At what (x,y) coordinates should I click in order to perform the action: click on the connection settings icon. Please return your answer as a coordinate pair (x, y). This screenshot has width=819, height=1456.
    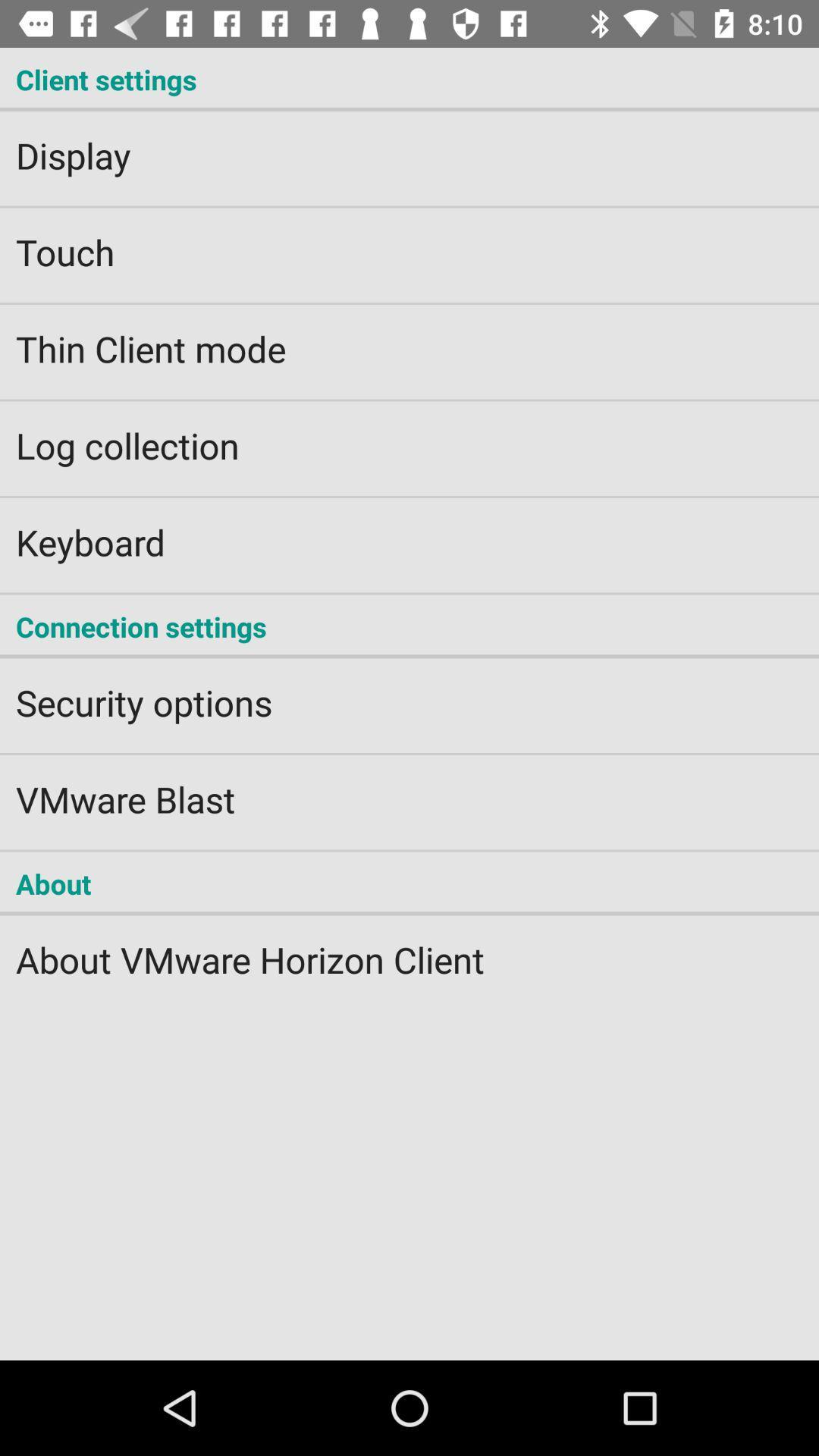
    Looking at the image, I should click on (409, 626).